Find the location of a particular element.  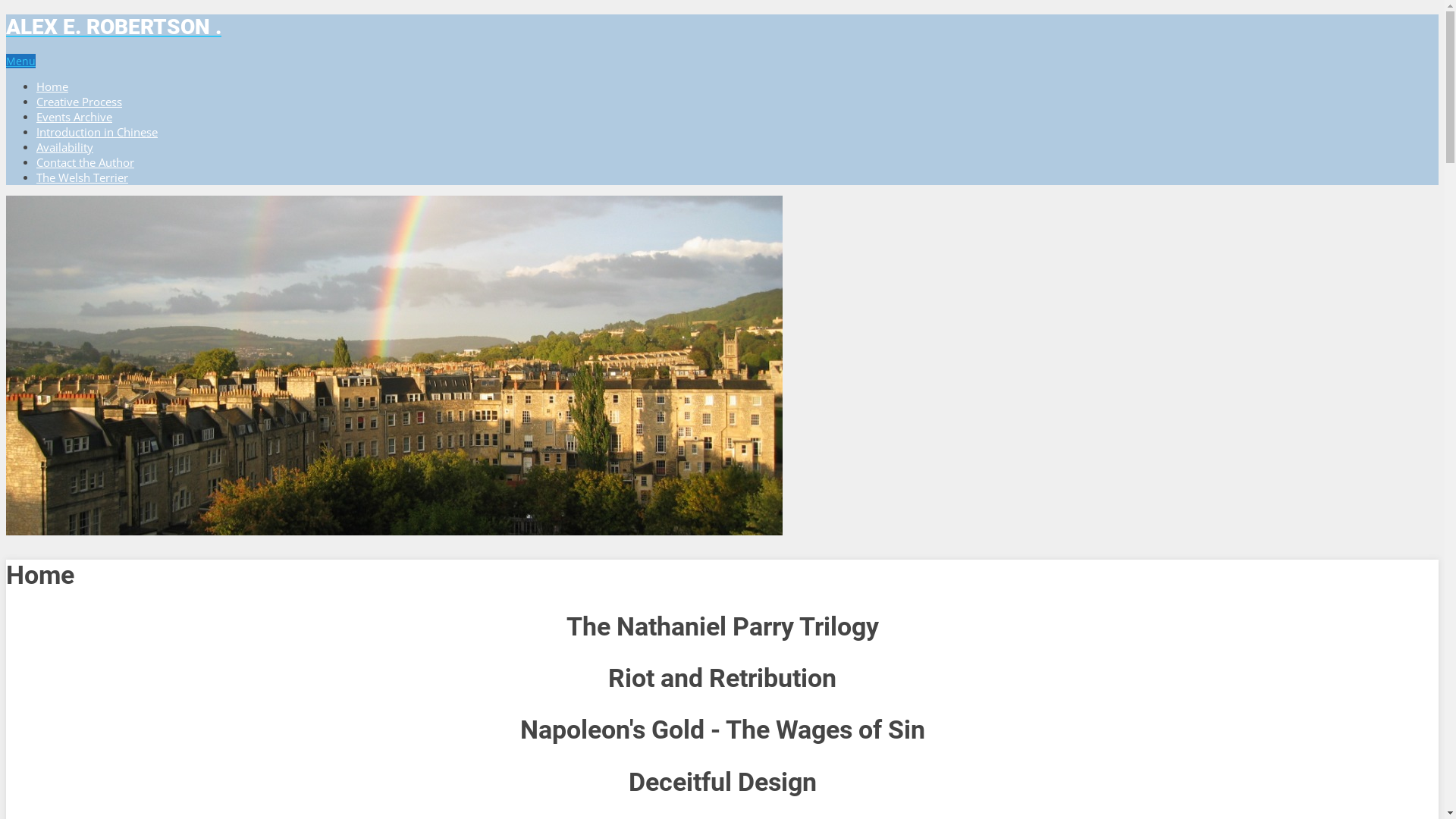

'The Welsh Terrier' is located at coordinates (81, 177).